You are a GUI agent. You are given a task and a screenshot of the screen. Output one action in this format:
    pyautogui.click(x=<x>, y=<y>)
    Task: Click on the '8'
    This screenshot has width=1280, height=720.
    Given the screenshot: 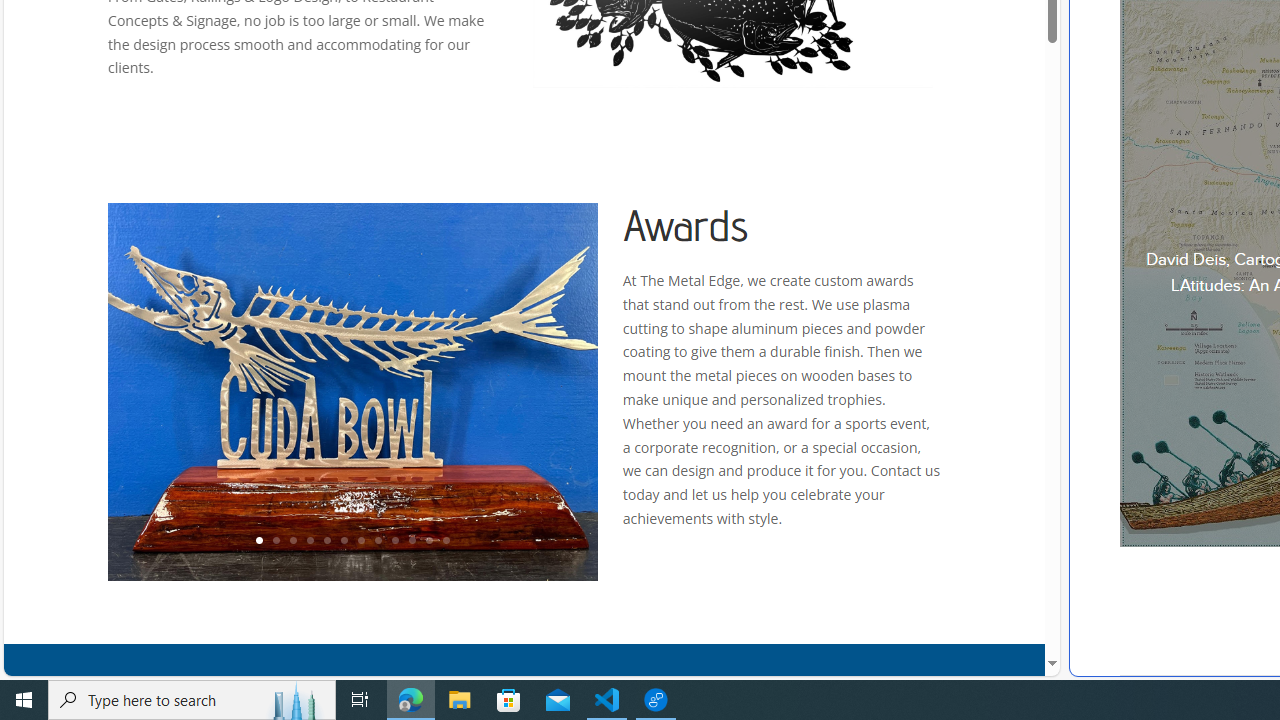 What is the action you would take?
    pyautogui.click(x=377, y=541)
    